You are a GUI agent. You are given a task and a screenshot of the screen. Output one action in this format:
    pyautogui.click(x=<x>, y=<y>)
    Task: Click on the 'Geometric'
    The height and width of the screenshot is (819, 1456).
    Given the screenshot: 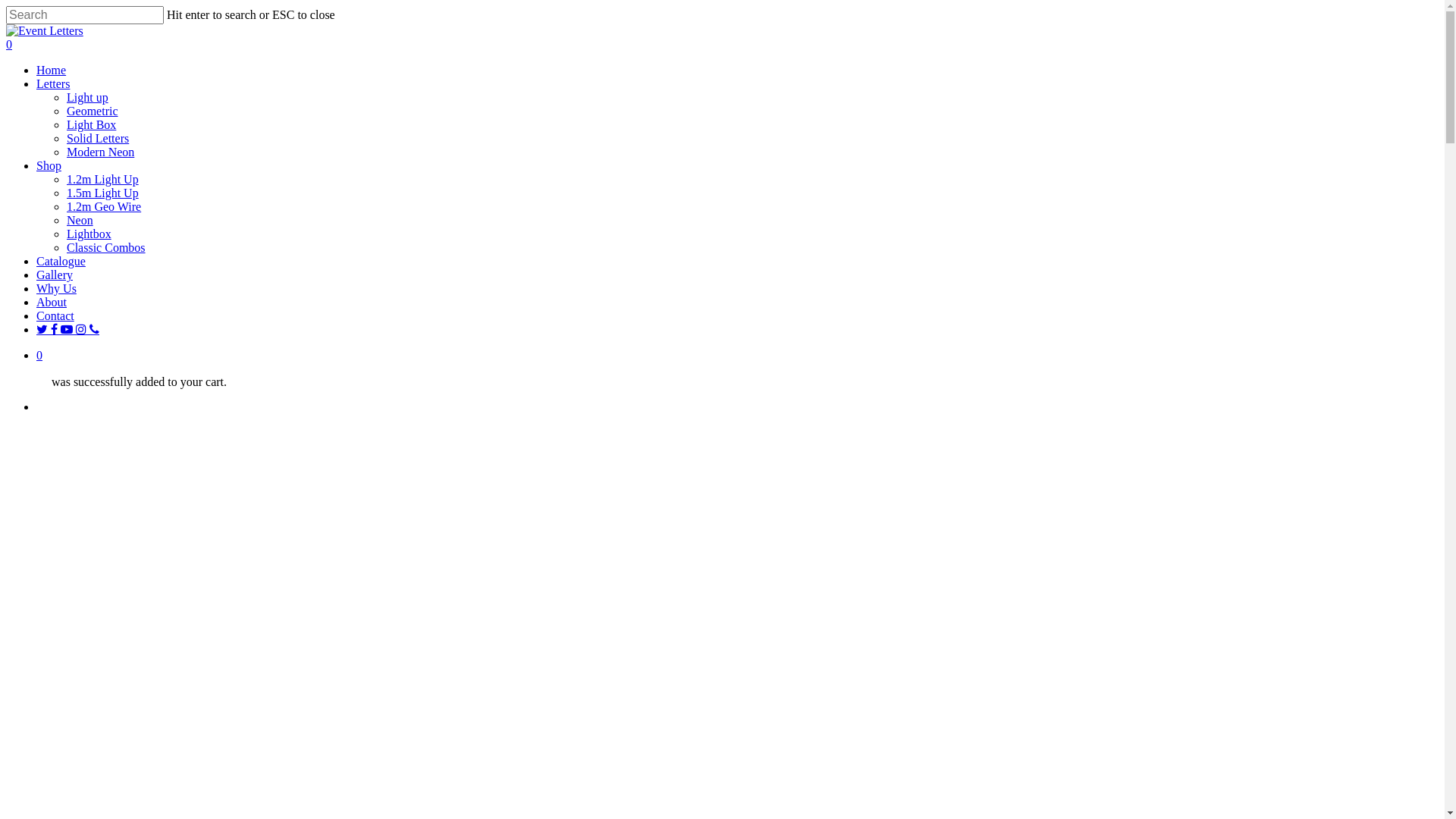 What is the action you would take?
    pyautogui.click(x=65, y=110)
    